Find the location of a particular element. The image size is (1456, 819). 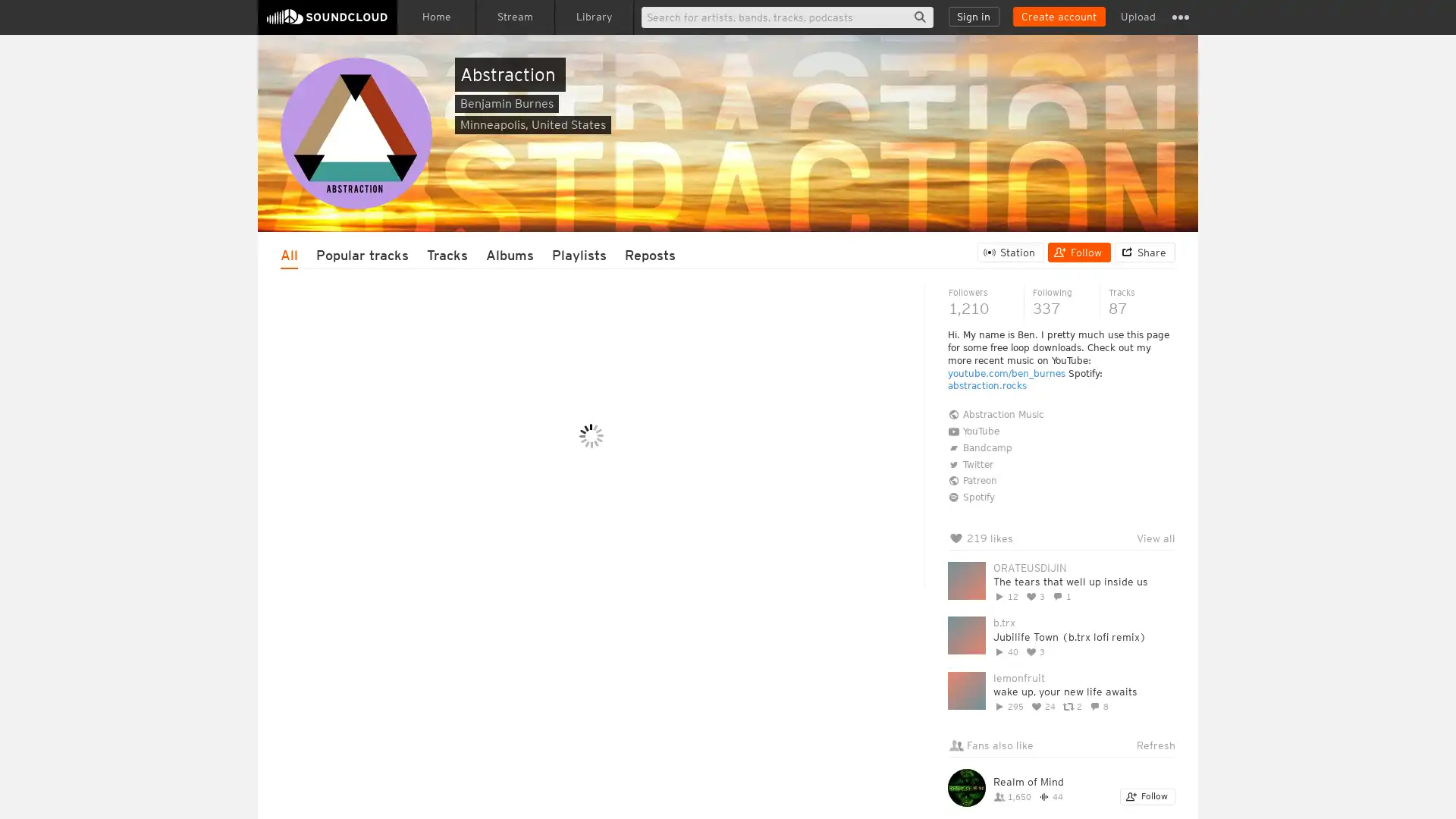

Copy Link is located at coordinates (581, 762).